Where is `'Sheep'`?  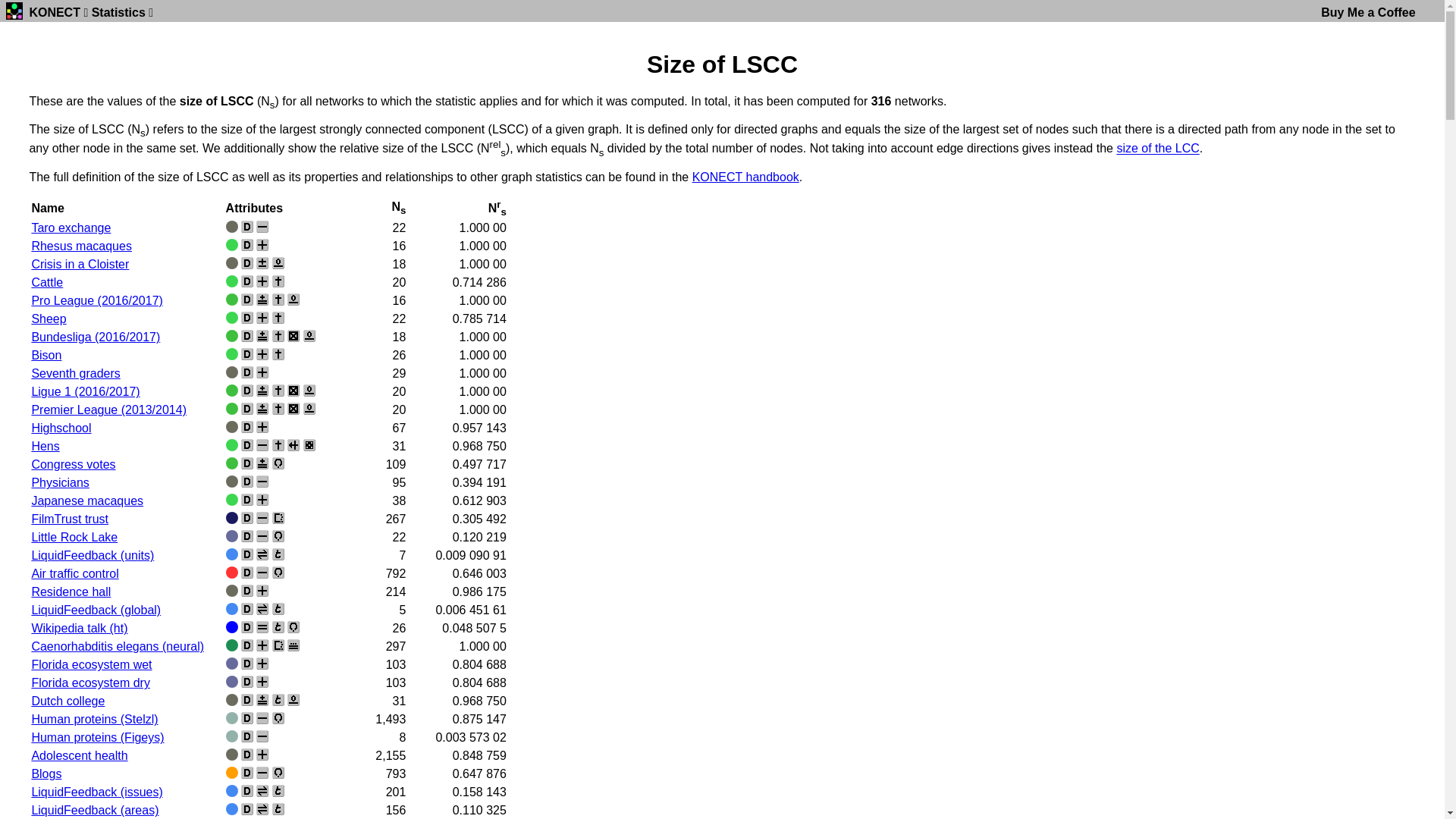 'Sheep' is located at coordinates (48, 318).